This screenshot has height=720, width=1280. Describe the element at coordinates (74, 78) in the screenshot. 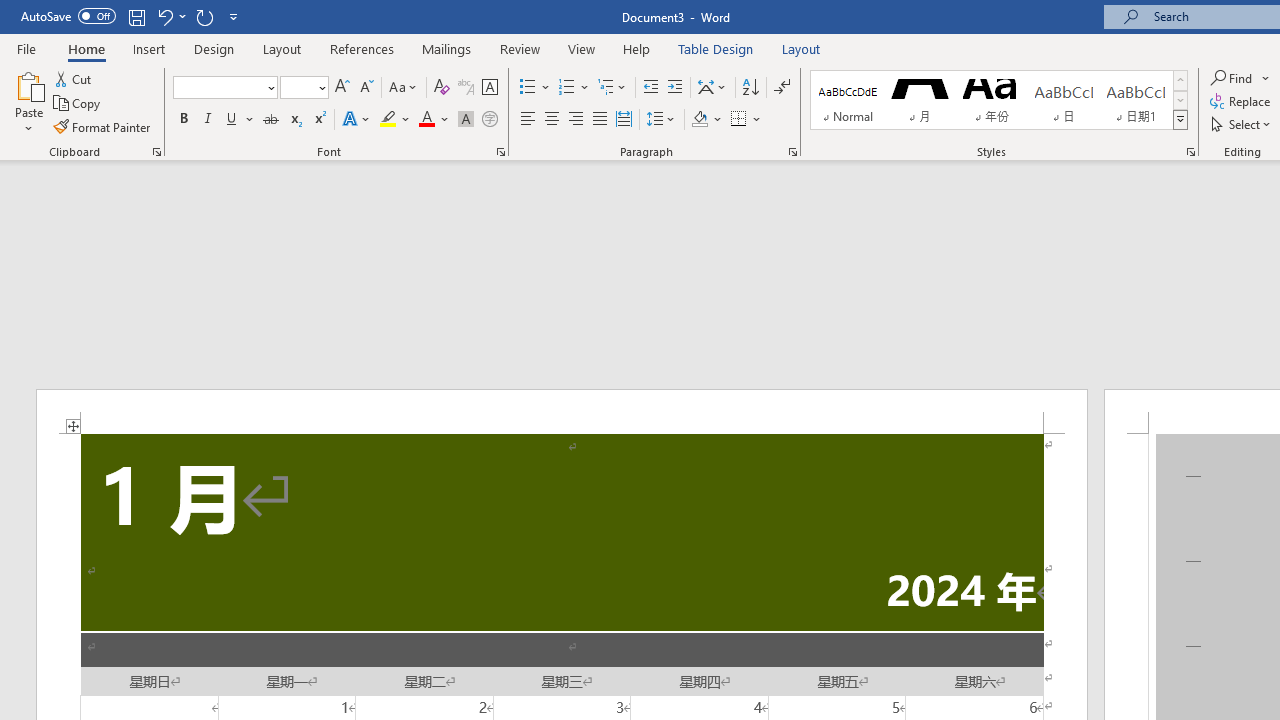

I see `'Cut'` at that location.